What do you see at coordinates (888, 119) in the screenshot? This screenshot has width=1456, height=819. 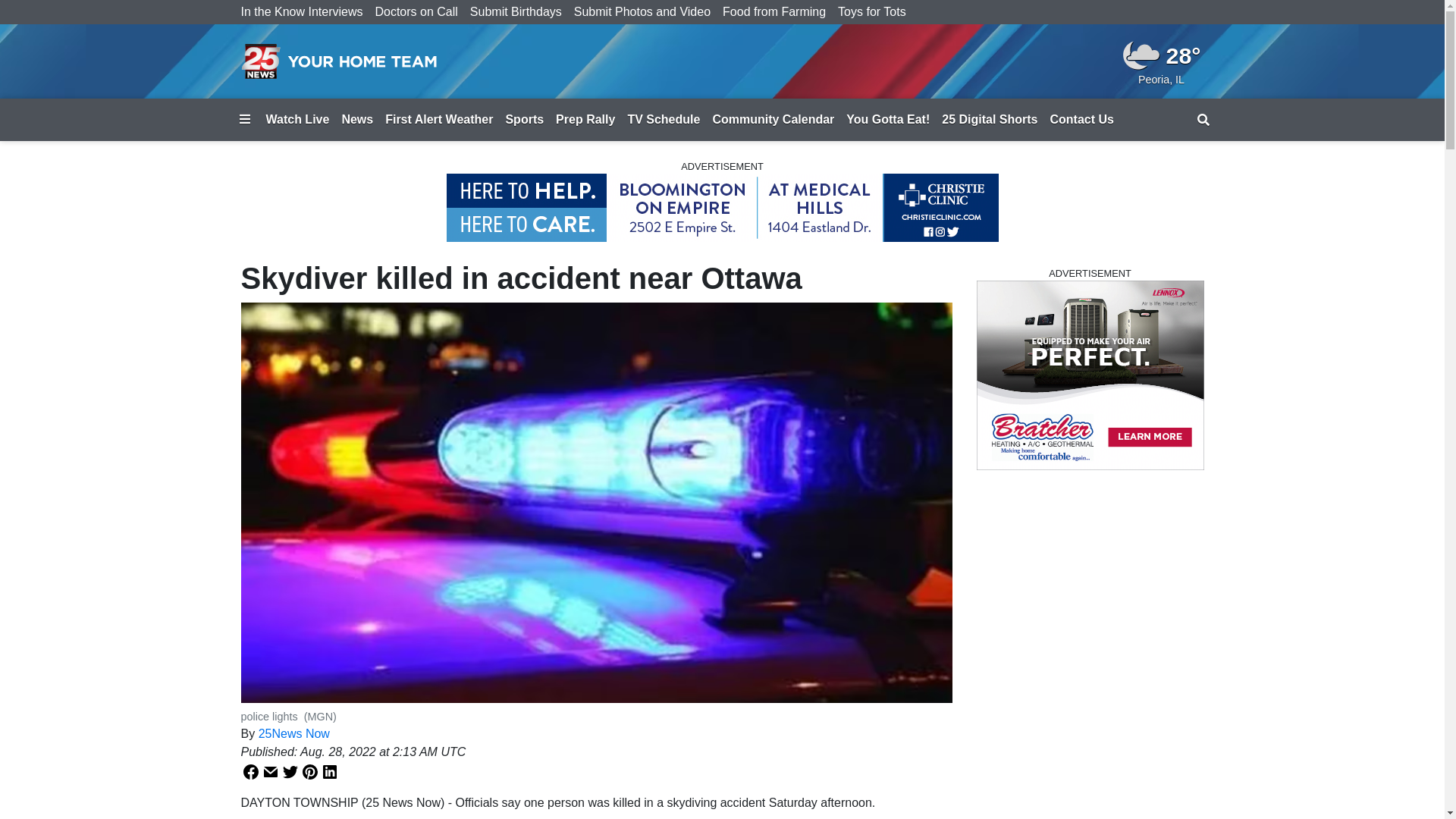 I see `'You Gotta Eat!'` at bounding box center [888, 119].